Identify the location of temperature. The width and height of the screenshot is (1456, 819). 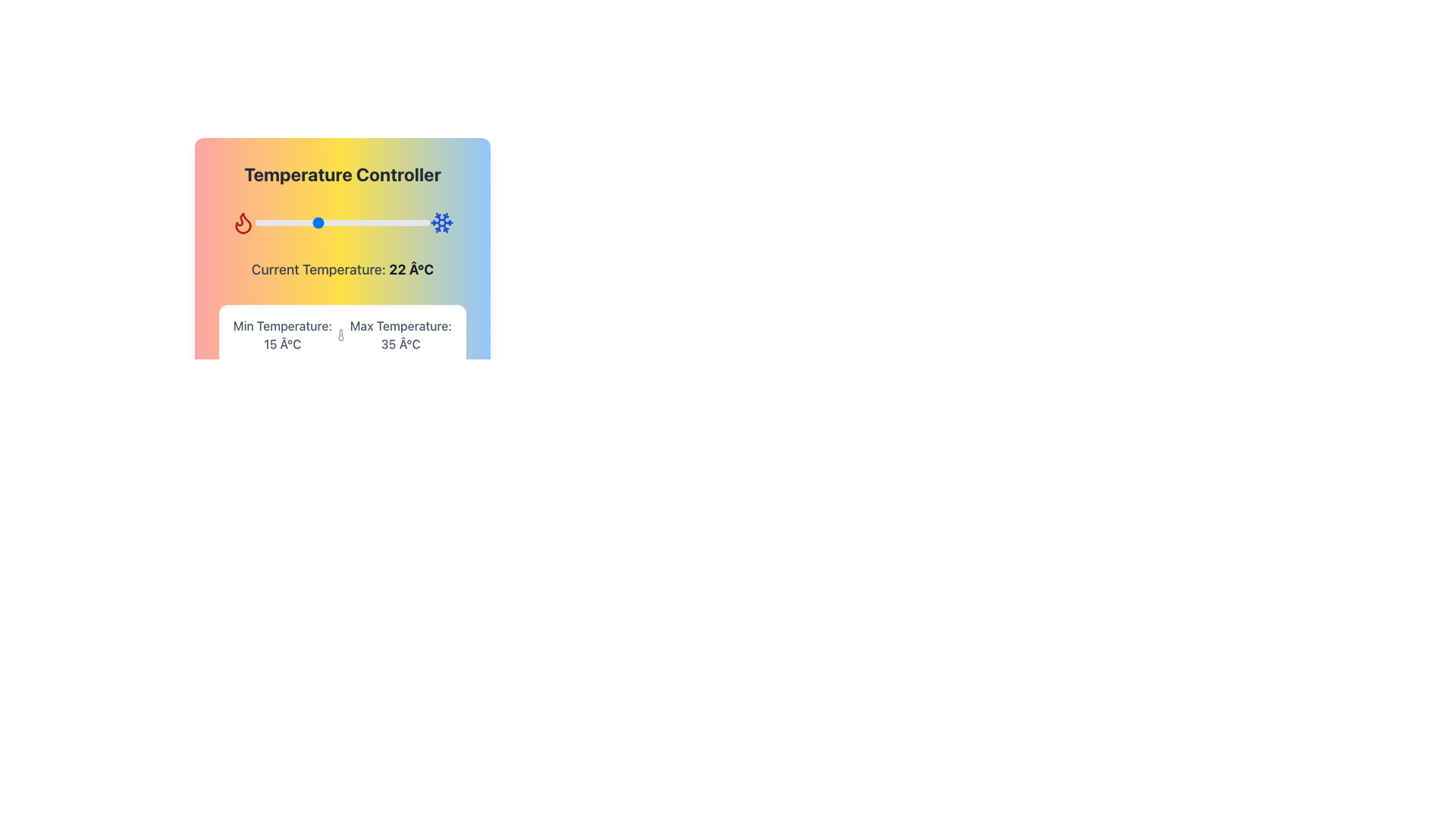
(359, 222).